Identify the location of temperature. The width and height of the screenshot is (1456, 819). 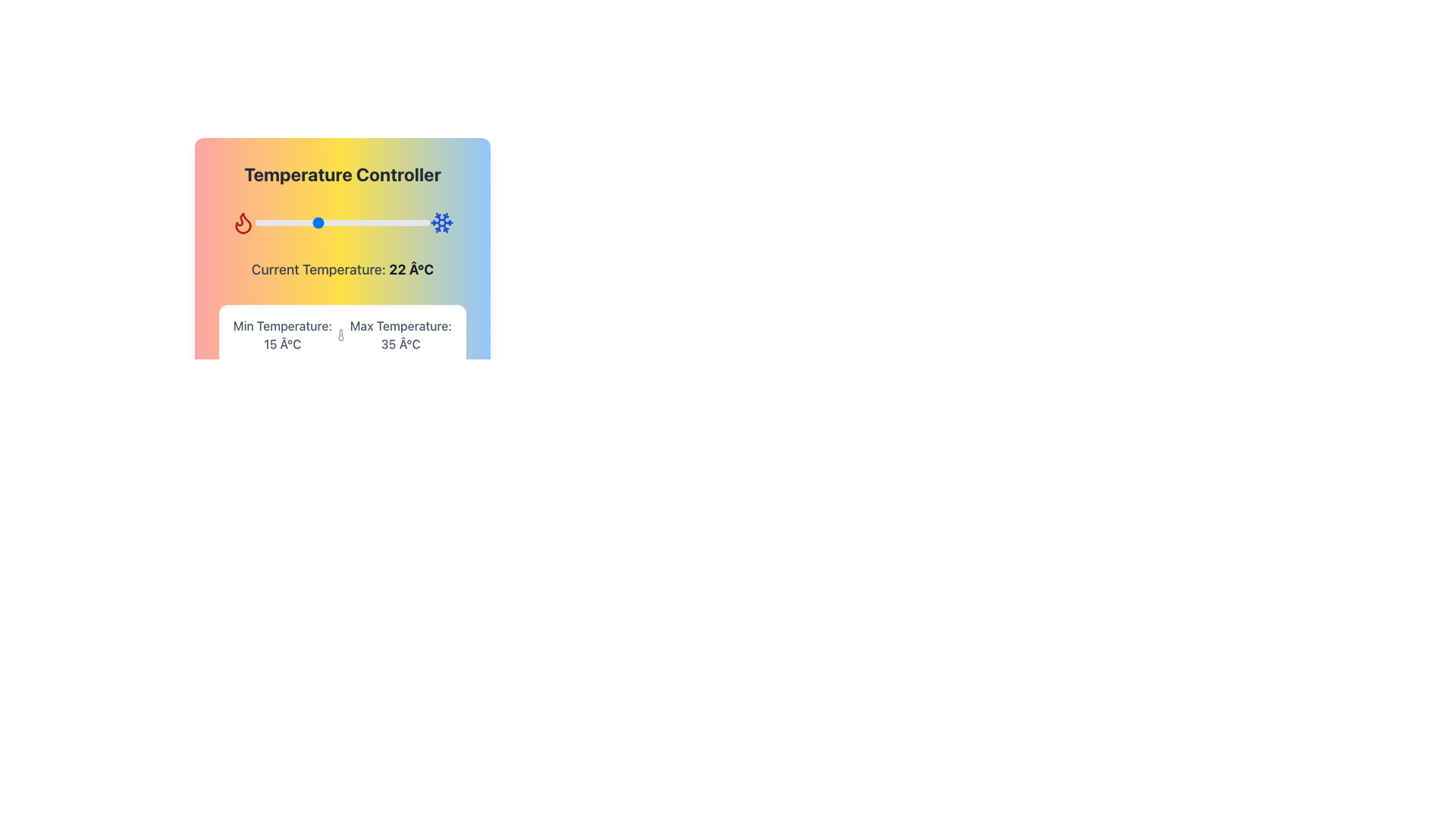
(359, 222).